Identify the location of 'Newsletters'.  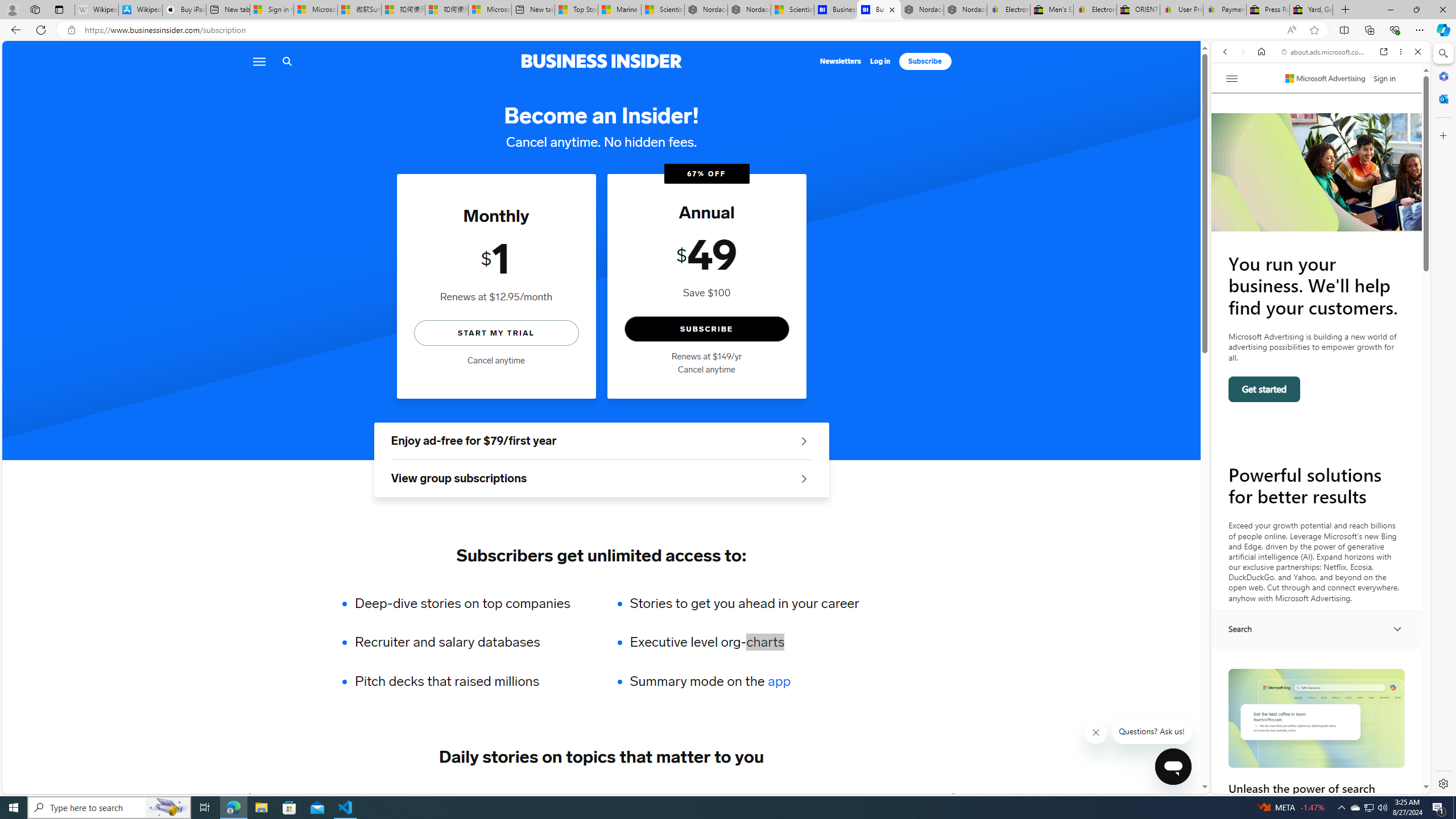
(840, 61).